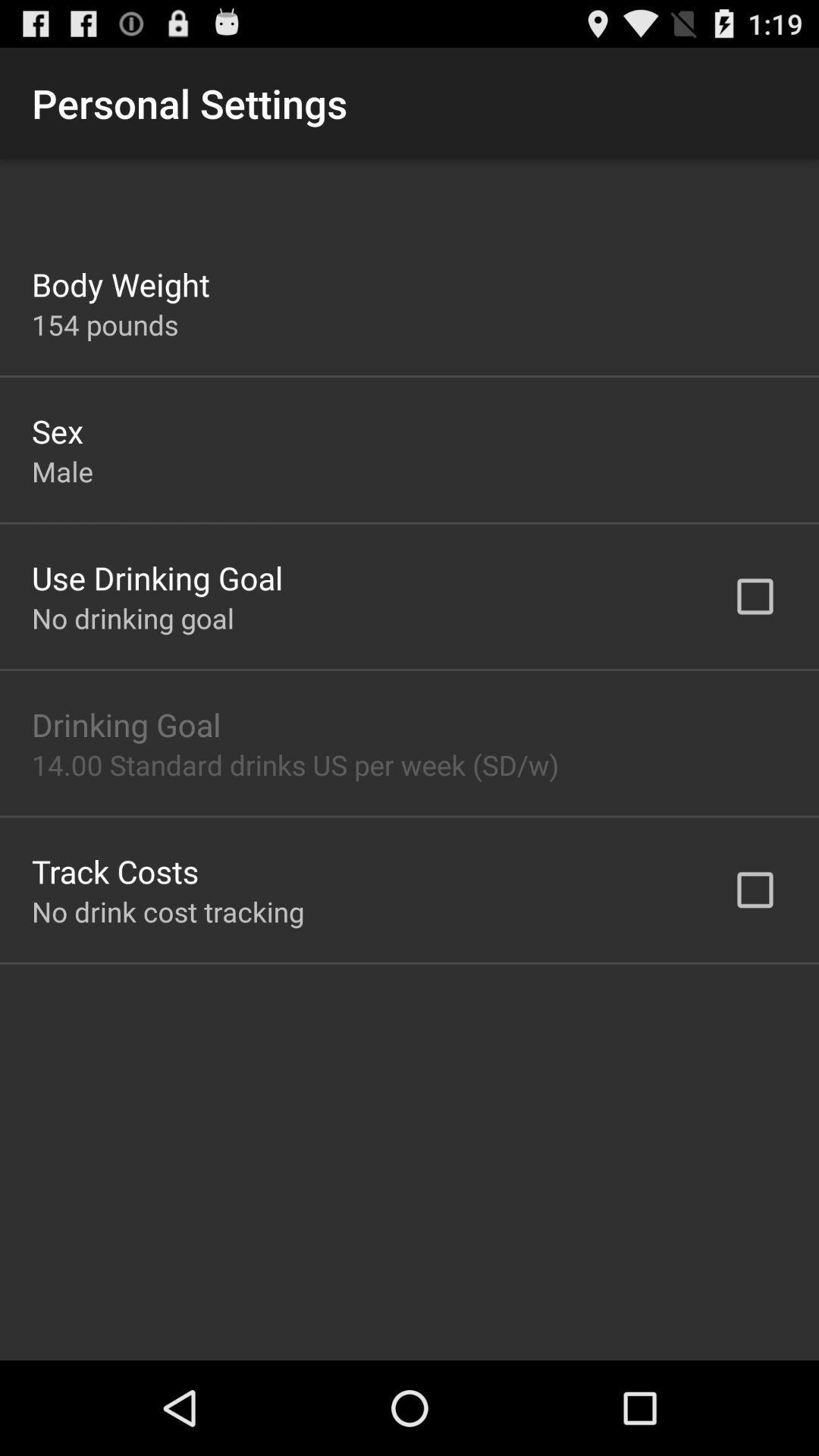 The width and height of the screenshot is (819, 1456). What do you see at coordinates (295, 764) in the screenshot?
I see `the icon above the track costs item` at bounding box center [295, 764].